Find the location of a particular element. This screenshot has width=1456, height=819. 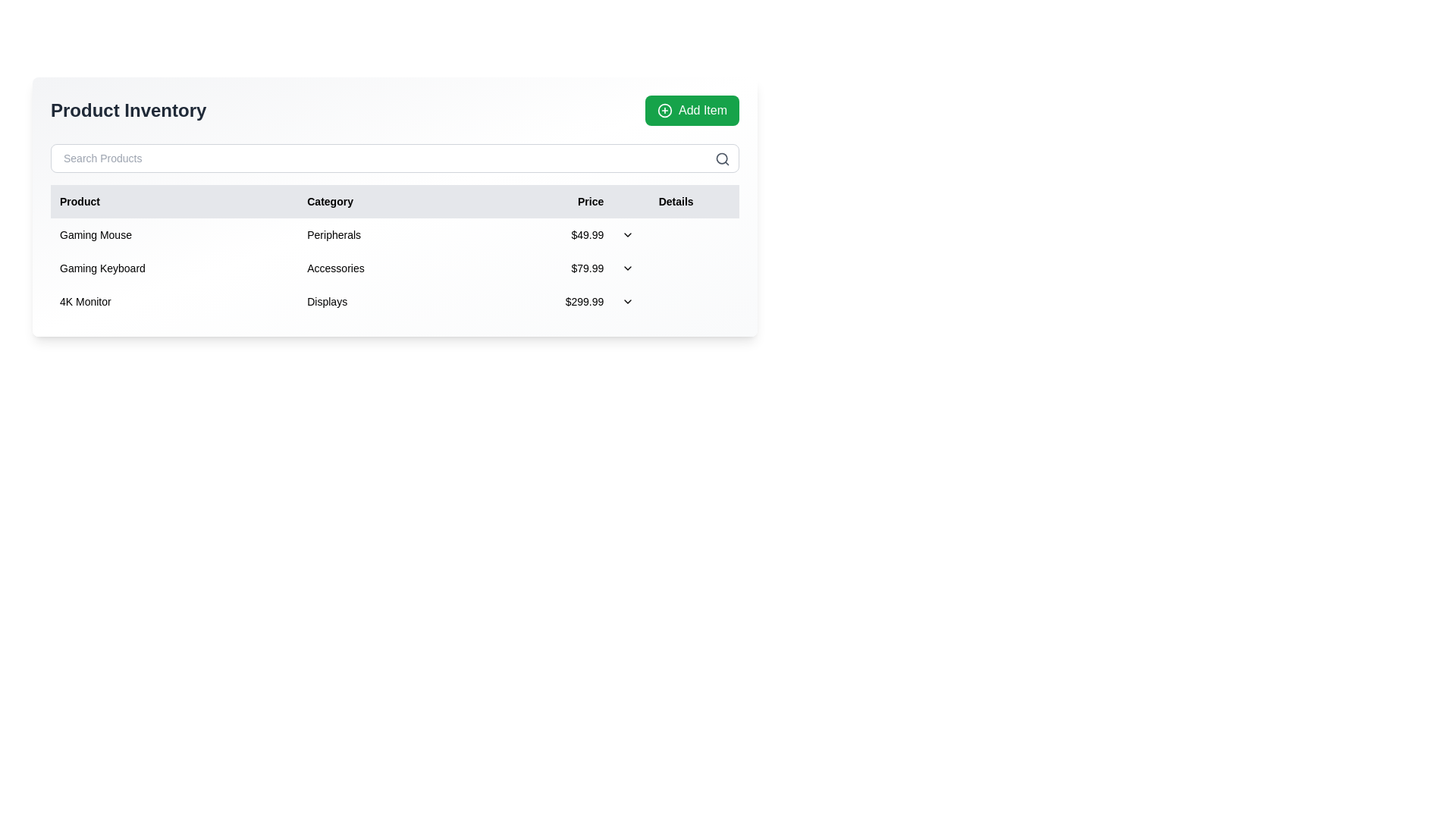

the second row of the product table containing 'Gaming Keyboard', 'Accessories', and '$79.99' is located at coordinates (395, 268).